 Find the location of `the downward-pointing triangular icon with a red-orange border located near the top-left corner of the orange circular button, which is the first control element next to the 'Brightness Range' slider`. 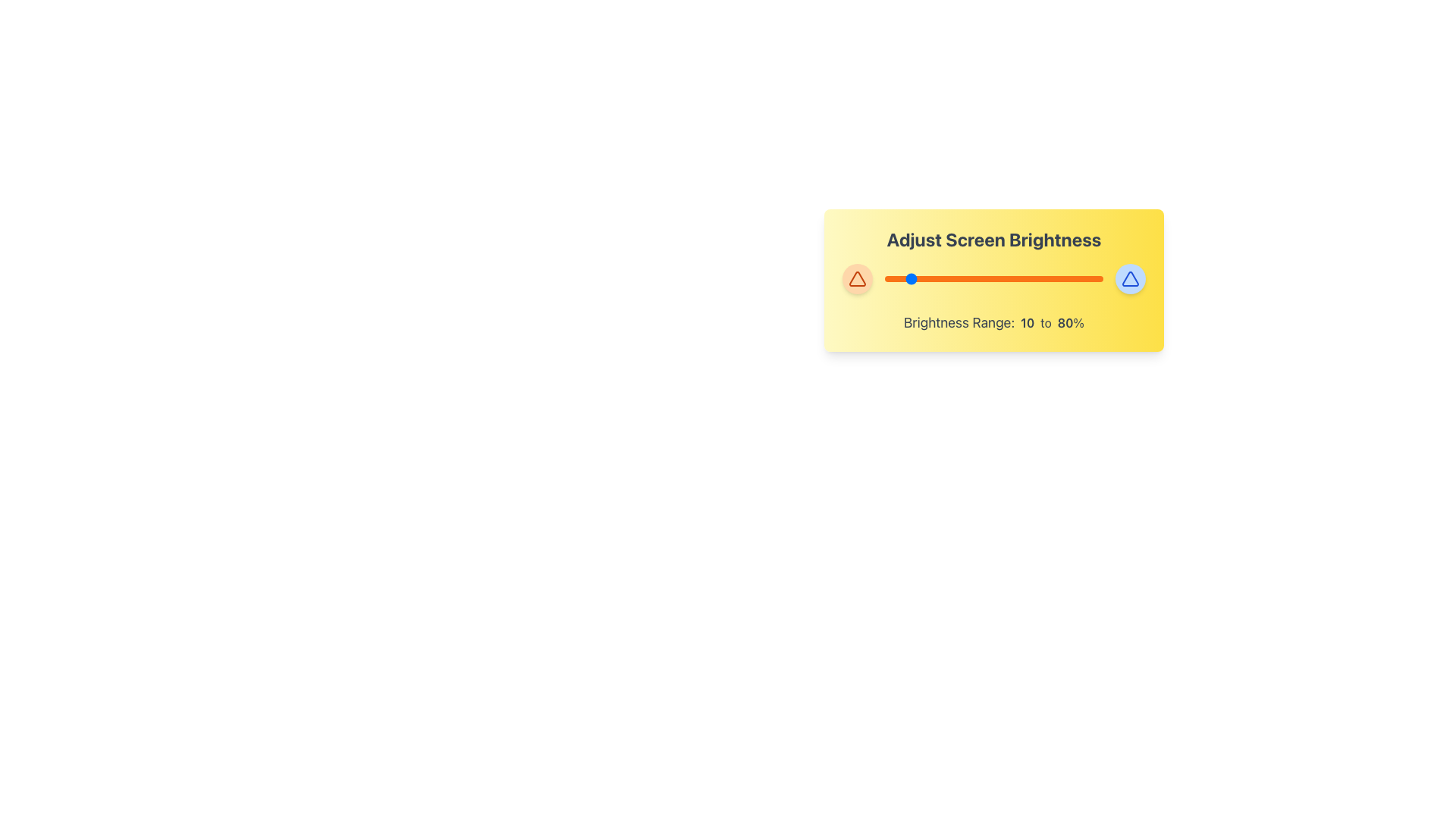

the downward-pointing triangular icon with a red-orange border located near the top-left corner of the orange circular button, which is the first control element next to the 'Brightness Range' slider is located at coordinates (858, 278).